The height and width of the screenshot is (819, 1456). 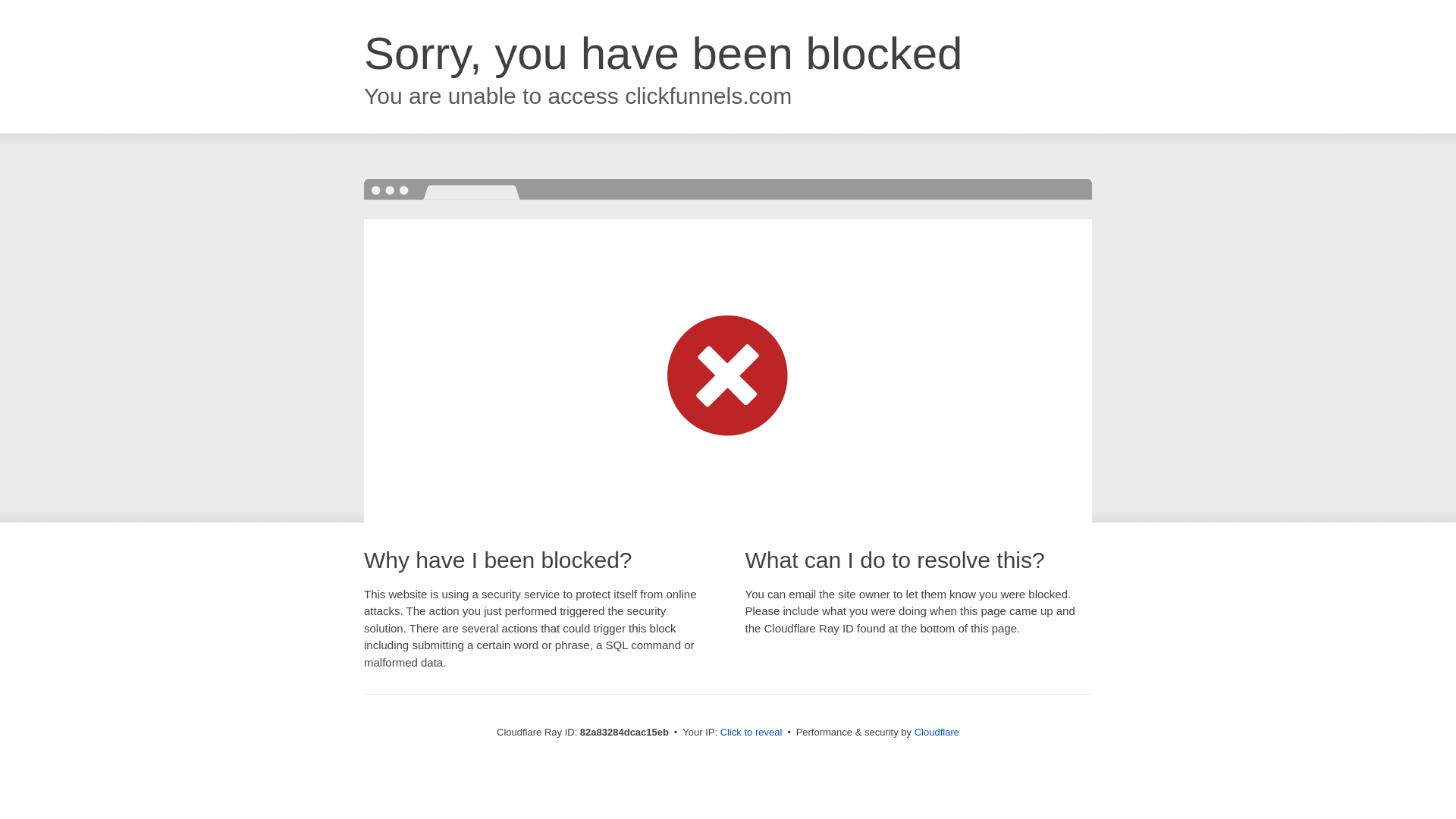 I want to click on 'Cloudflare', so click(x=913, y=731).